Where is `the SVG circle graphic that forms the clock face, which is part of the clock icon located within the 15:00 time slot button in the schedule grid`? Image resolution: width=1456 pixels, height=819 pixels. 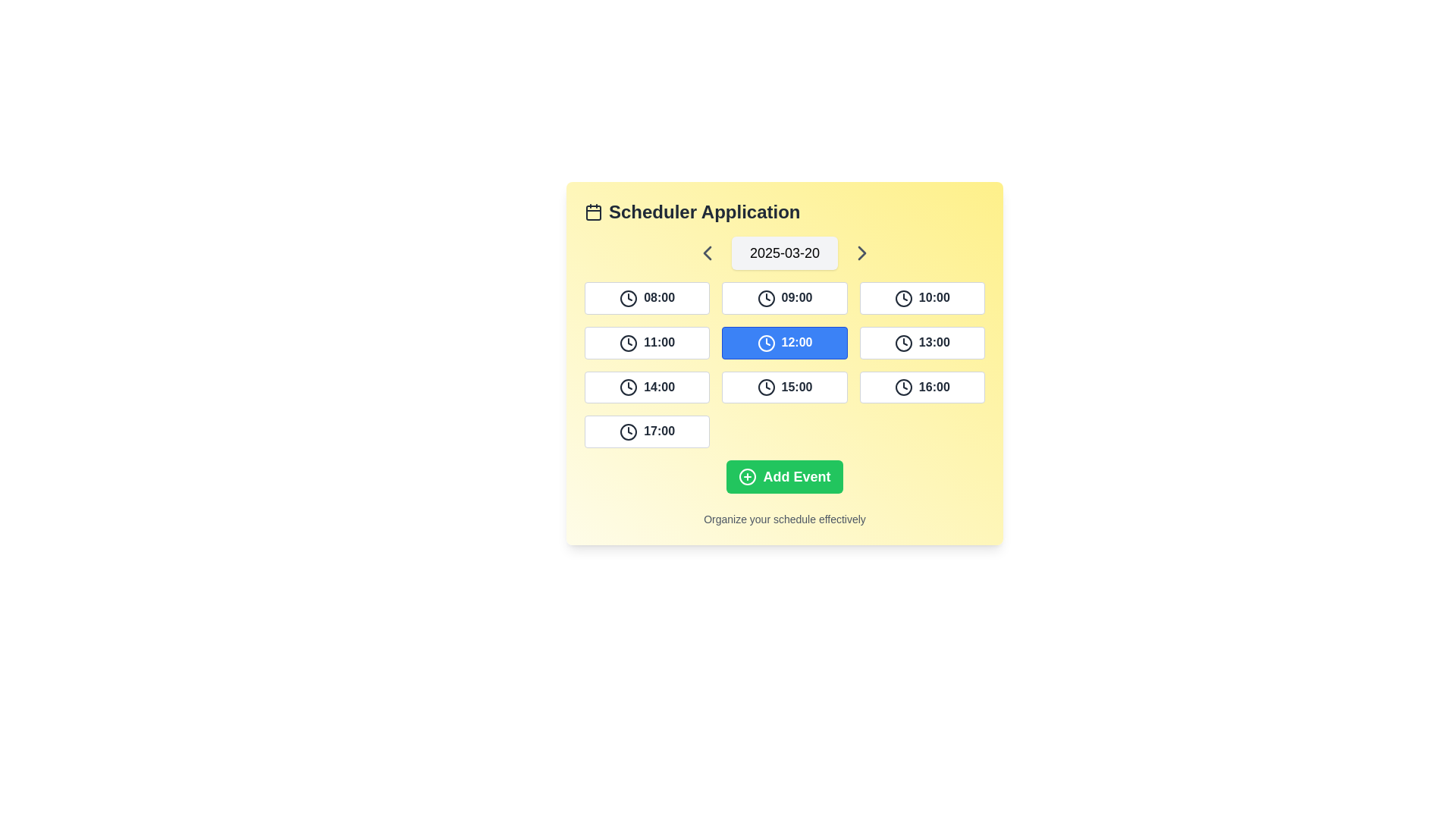 the SVG circle graphic that forms the clock face, which is part of the clock icon located within the 15:00 time slot button in the schedule grid is located at coordinates (766, 387).